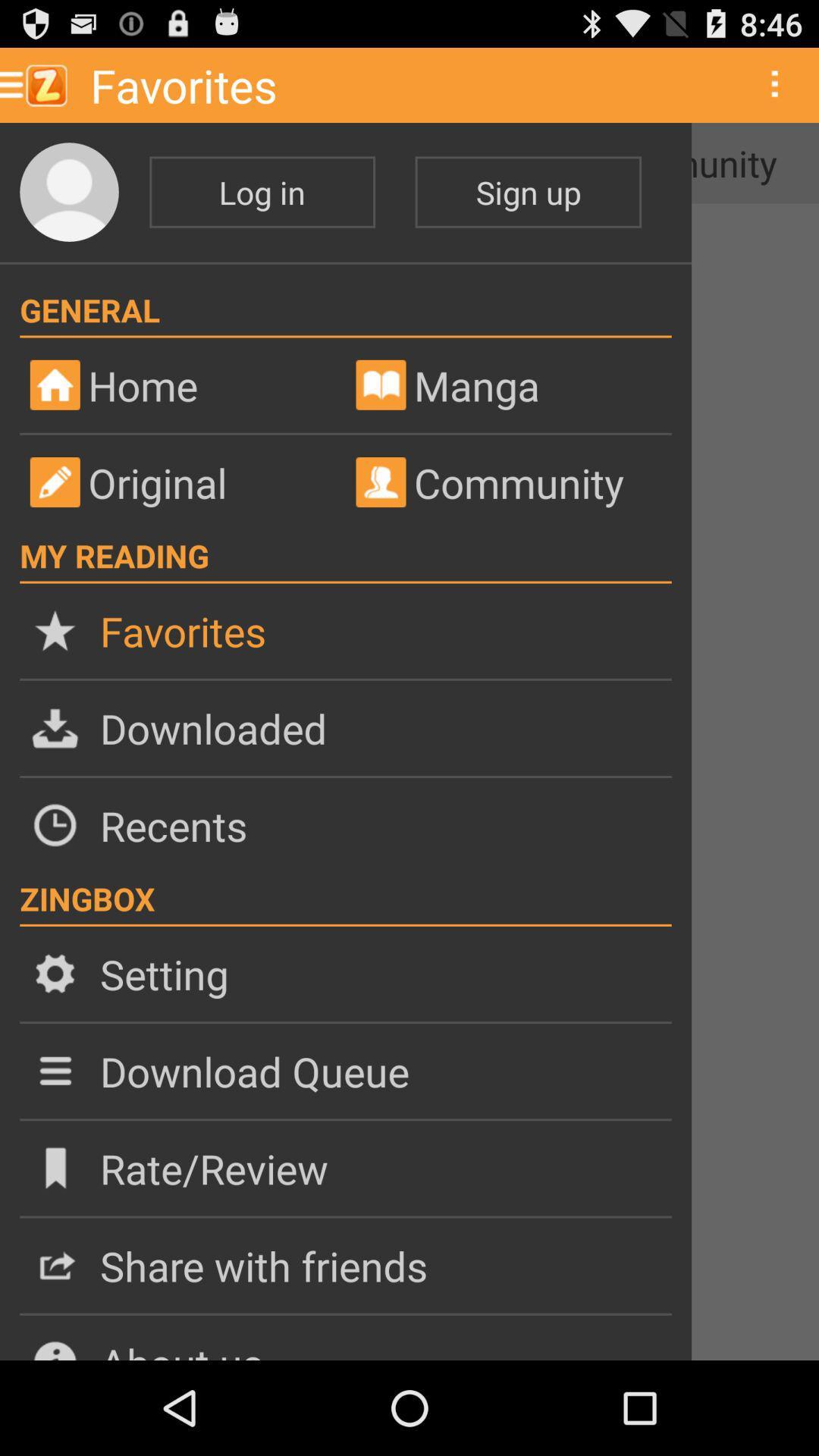  I want to click on the text below general, so click(192, 385).